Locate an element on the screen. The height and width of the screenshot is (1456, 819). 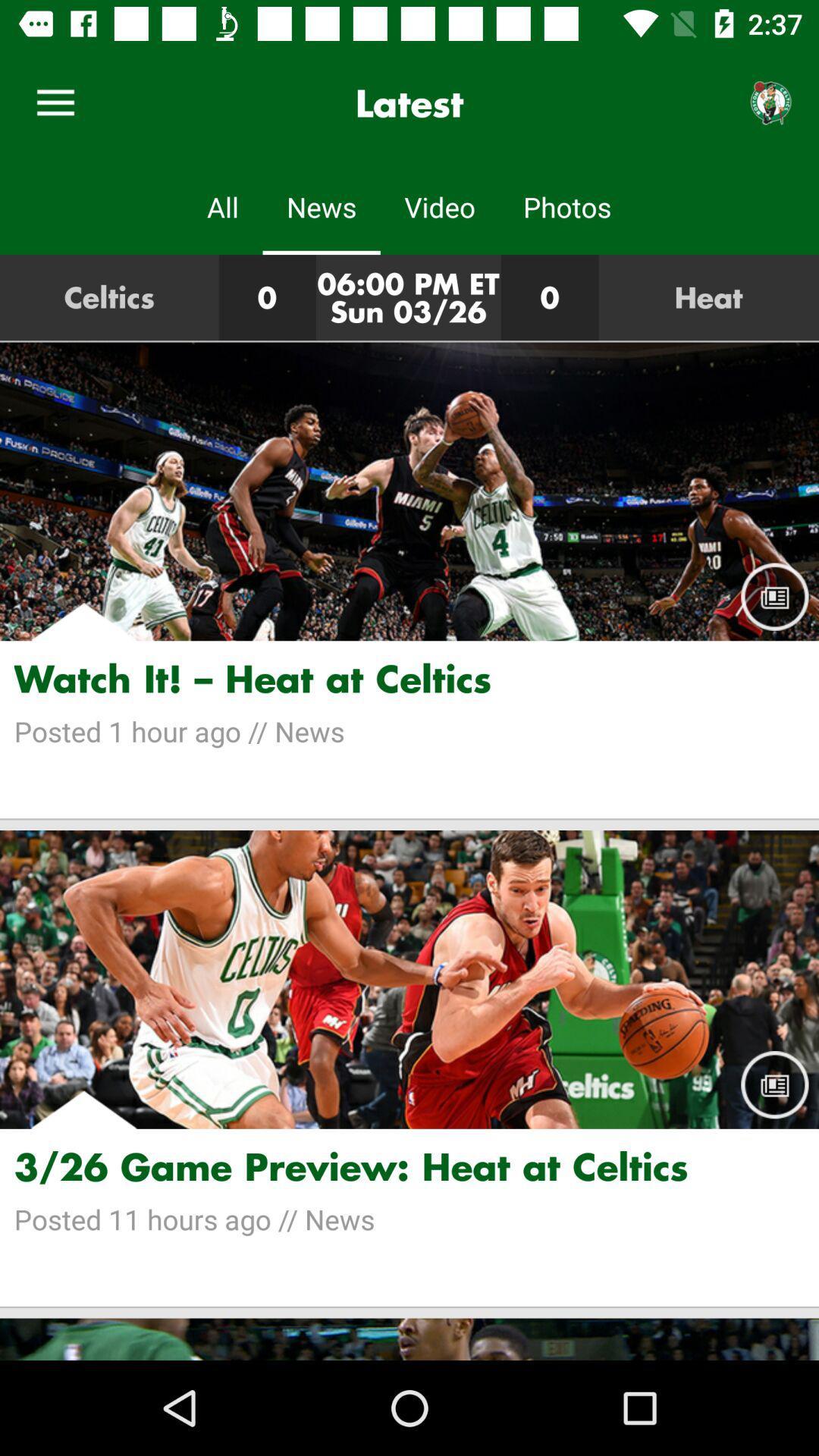
the posted 11 hours icon is located at coordinates (409, 1219).